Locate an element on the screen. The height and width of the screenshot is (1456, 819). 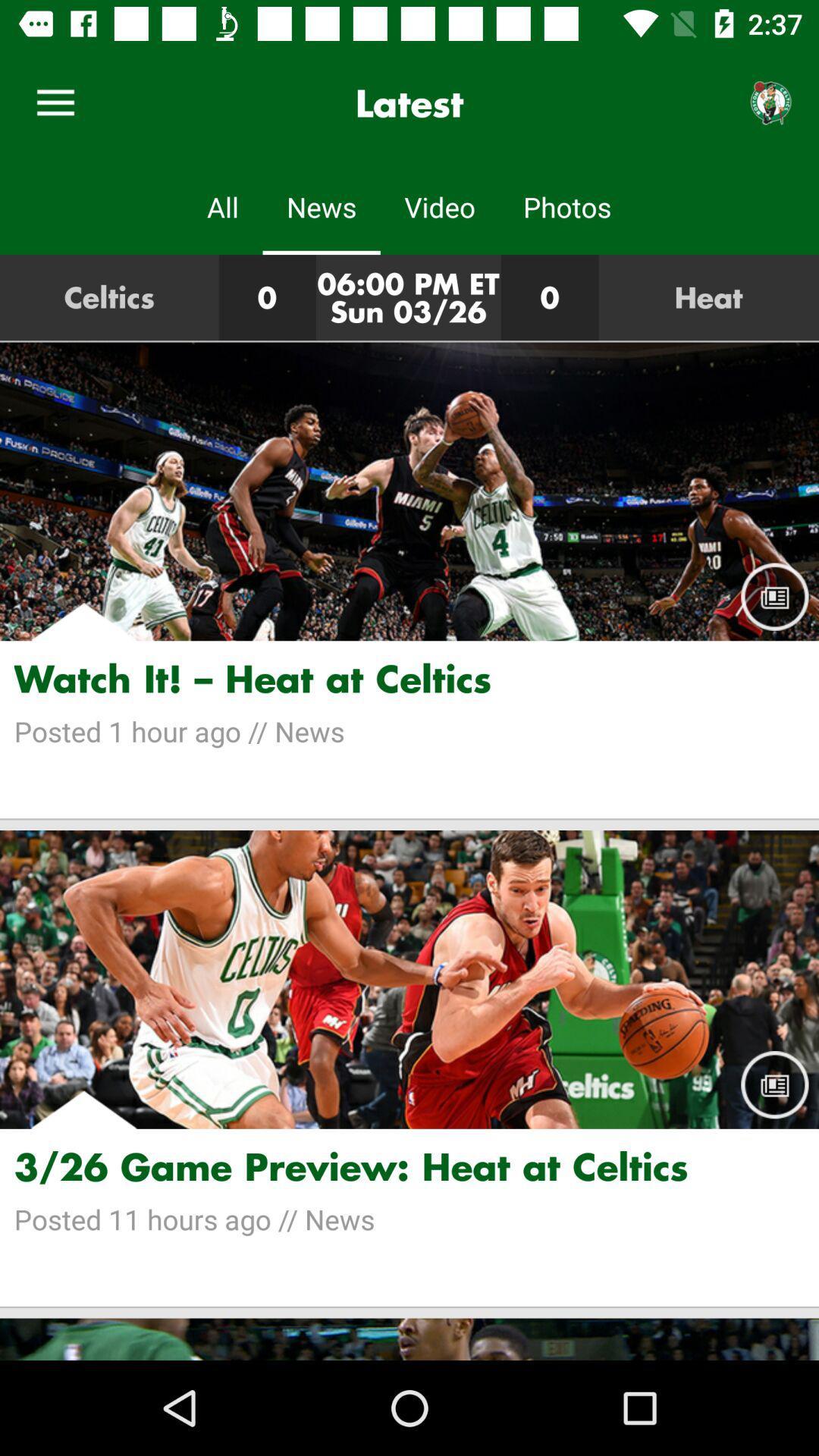
the posted 11 hours icon is located at coordinates (409, 1219).